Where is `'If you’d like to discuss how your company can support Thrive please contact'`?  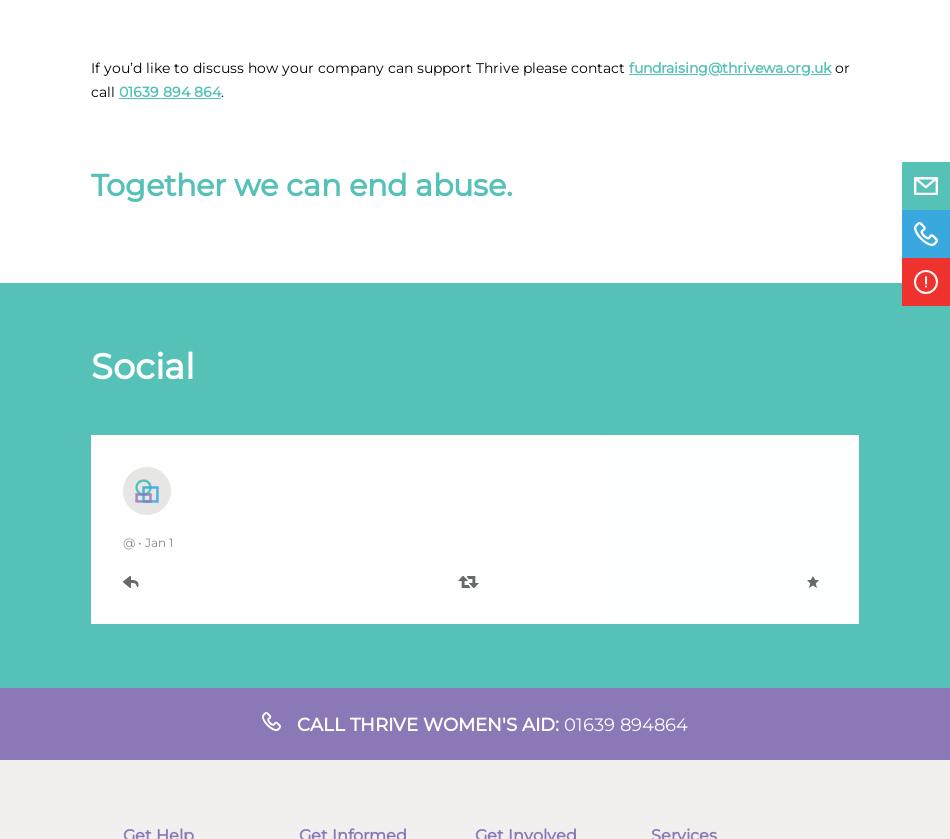 'If you’d like to discuss how your company can support Thrive please contact' is located at coordinates (358, 67).